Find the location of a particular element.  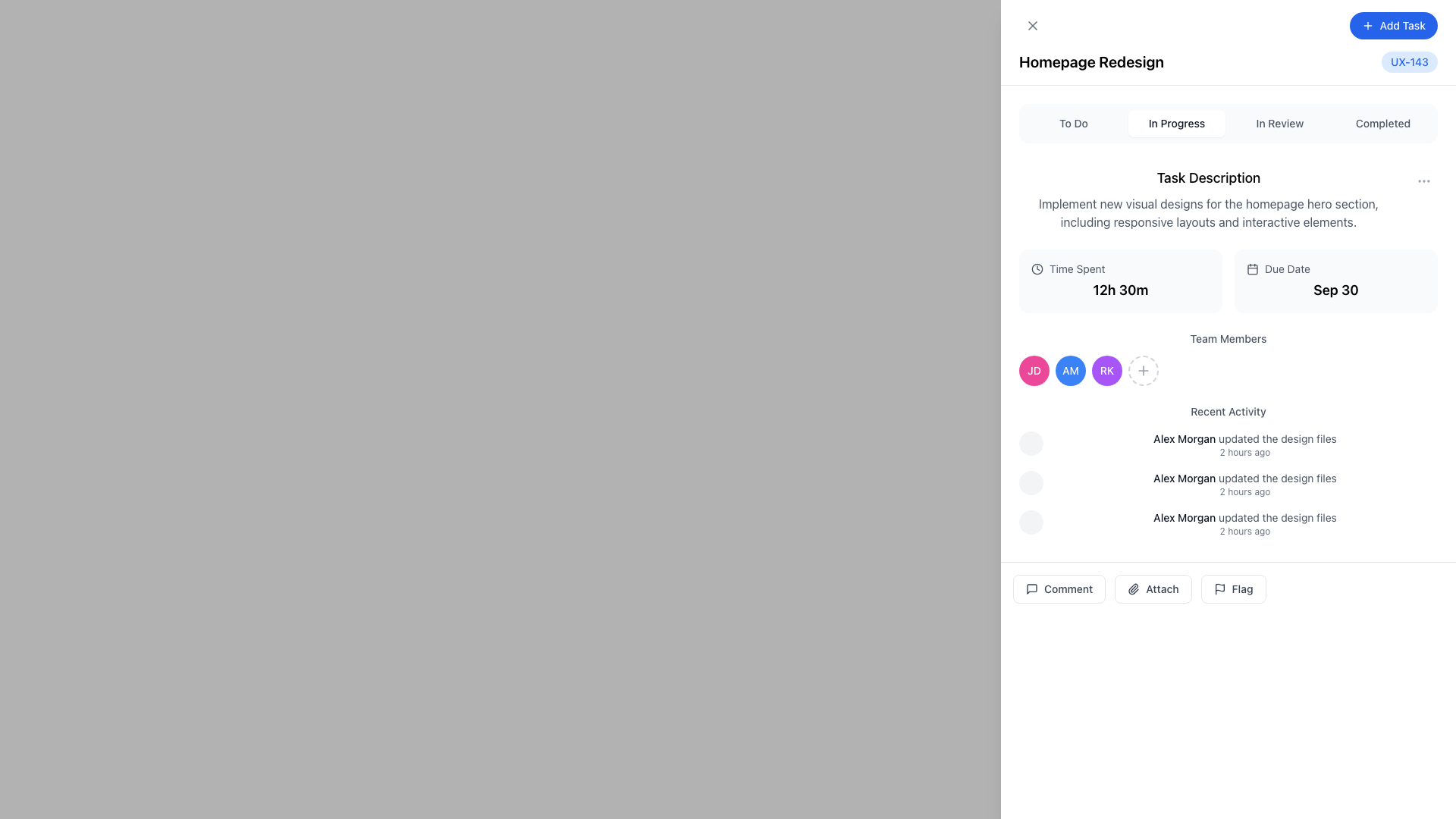

the 'In Review' button, the third button in a set of four is located at coordinates (1279, 122).